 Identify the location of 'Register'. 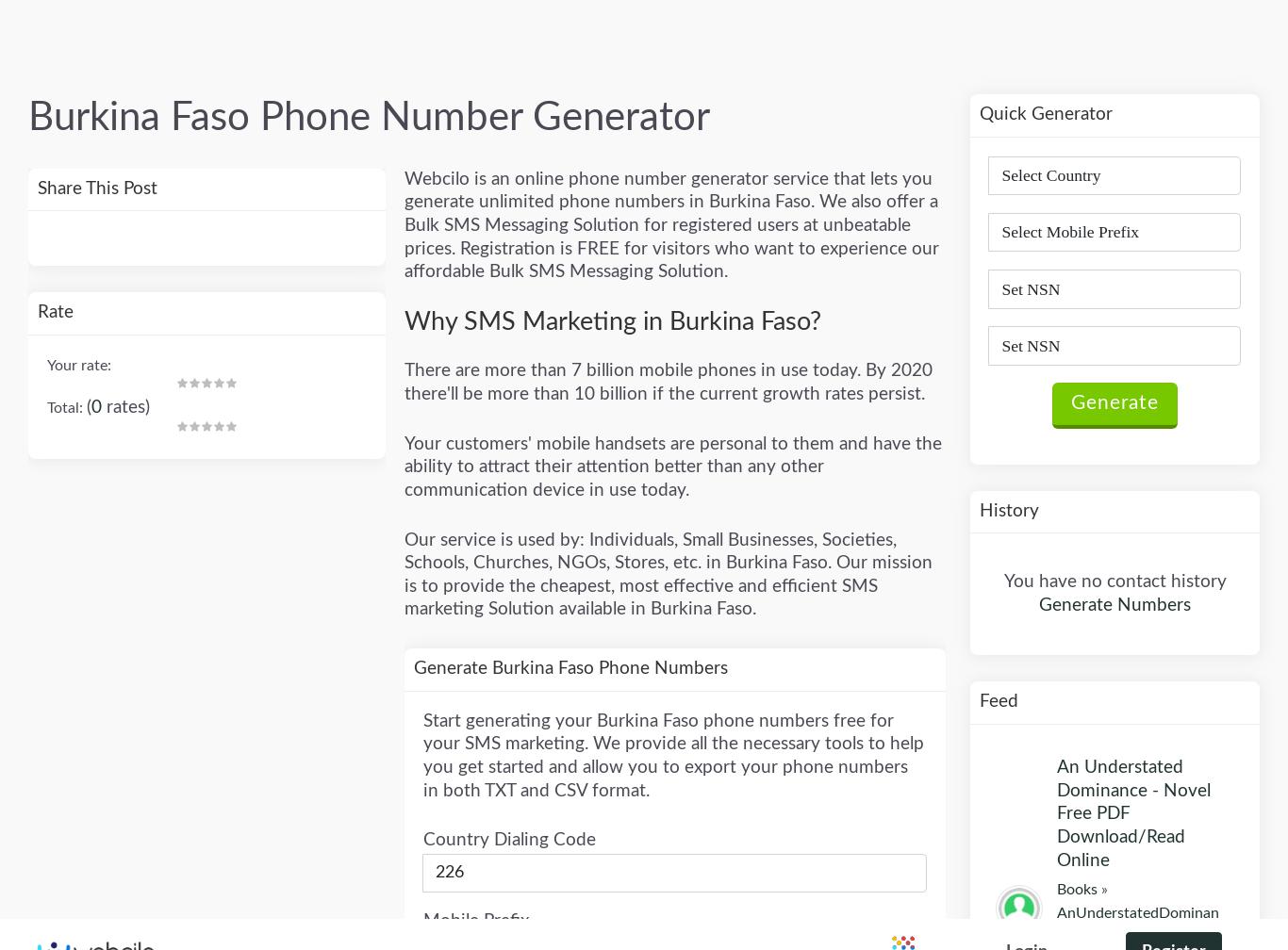
(1173, 31).